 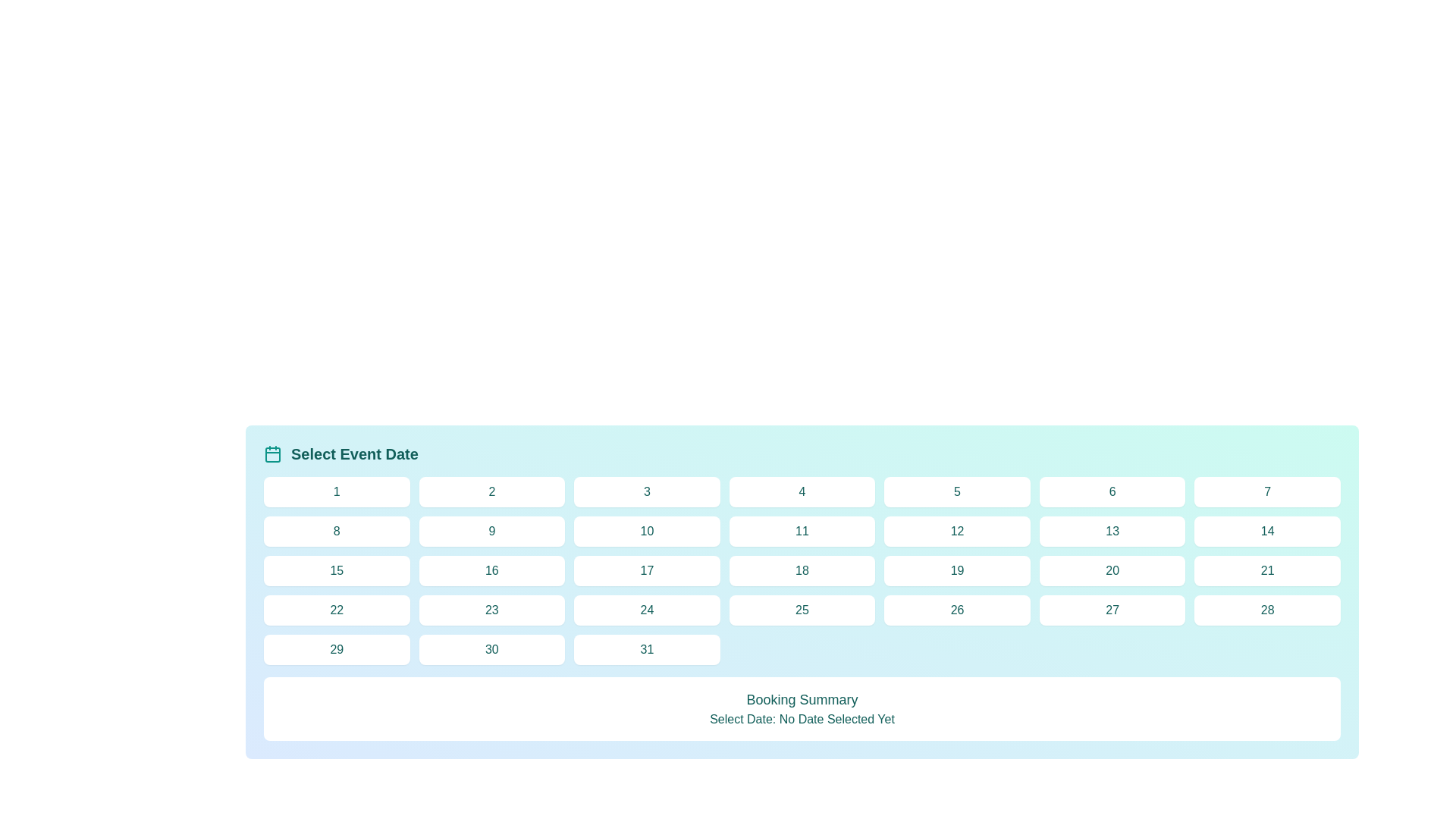 I want to click on the button displaying the number '20', which is located, so click(x=1112, y=570).